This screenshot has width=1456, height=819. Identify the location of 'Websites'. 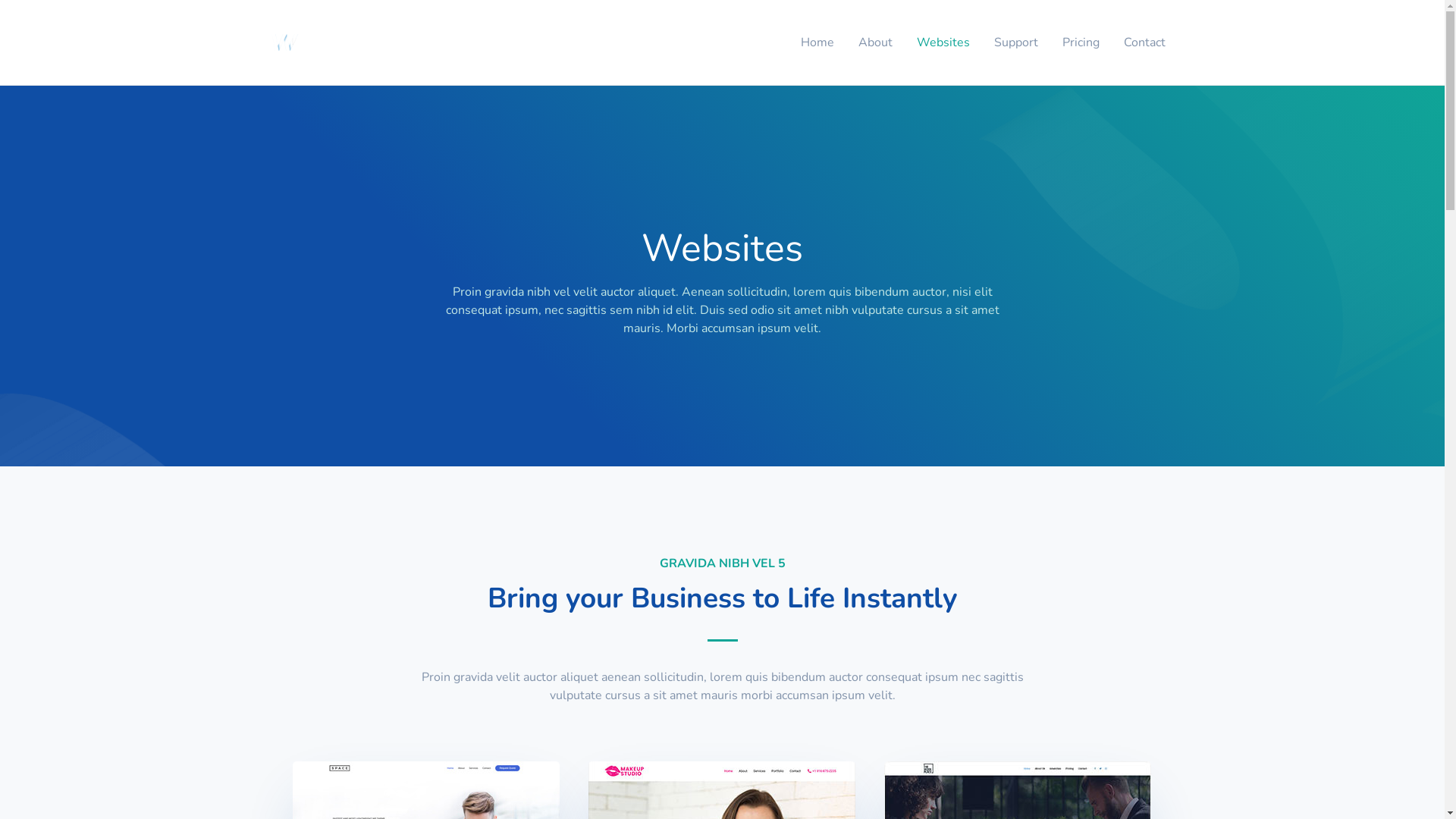
(903, 42).